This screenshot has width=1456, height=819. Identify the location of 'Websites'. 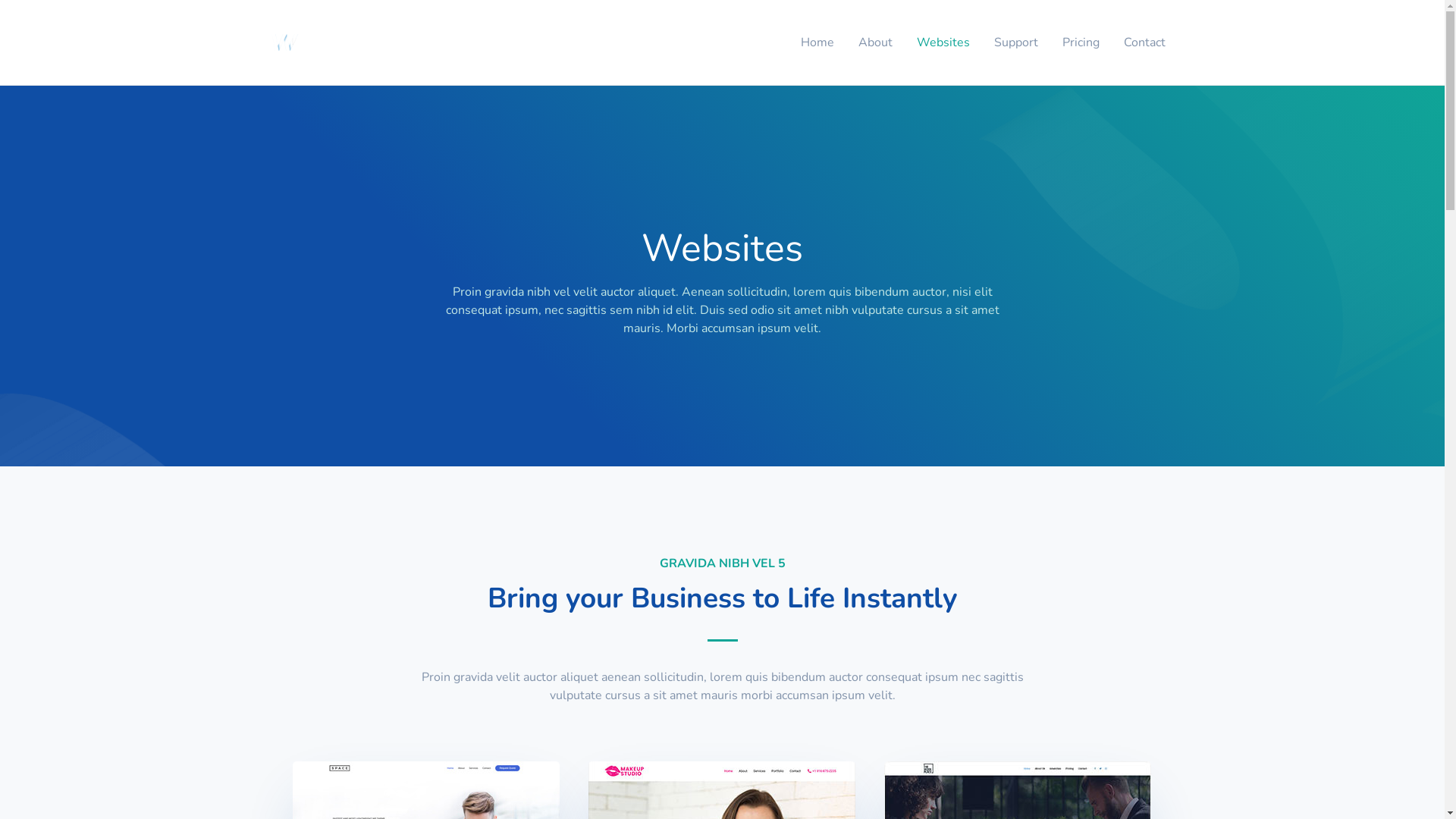
(903, 42).